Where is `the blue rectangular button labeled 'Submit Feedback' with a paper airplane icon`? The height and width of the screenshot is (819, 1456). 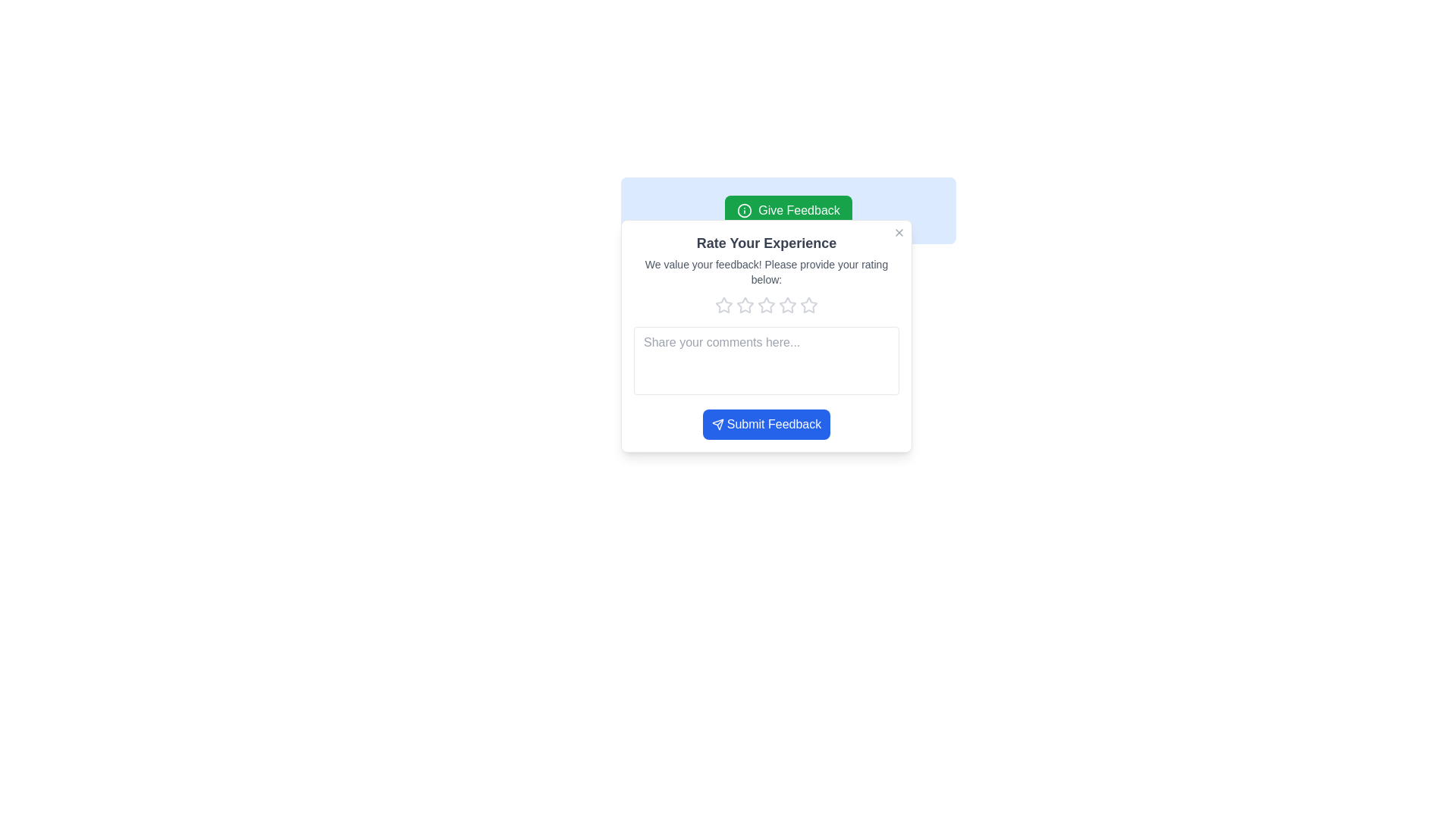
the blue rectangular button labeled 'Submit Feedback' with a paper airplane icon is located at coordinates (767, 424).